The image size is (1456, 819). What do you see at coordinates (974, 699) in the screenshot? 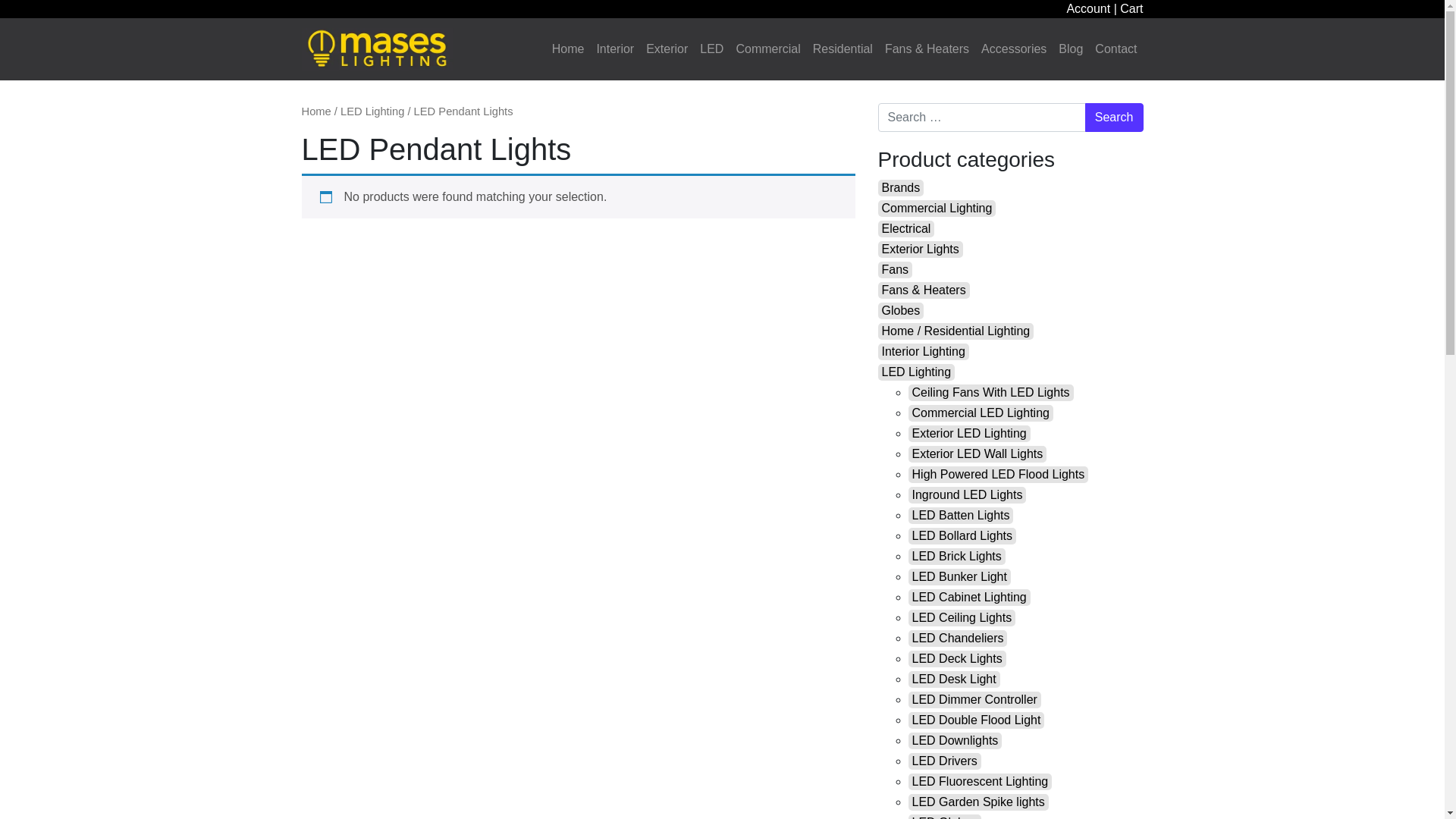
I see `'LED Dimmer Controller'` at bounding box center [974, 699].